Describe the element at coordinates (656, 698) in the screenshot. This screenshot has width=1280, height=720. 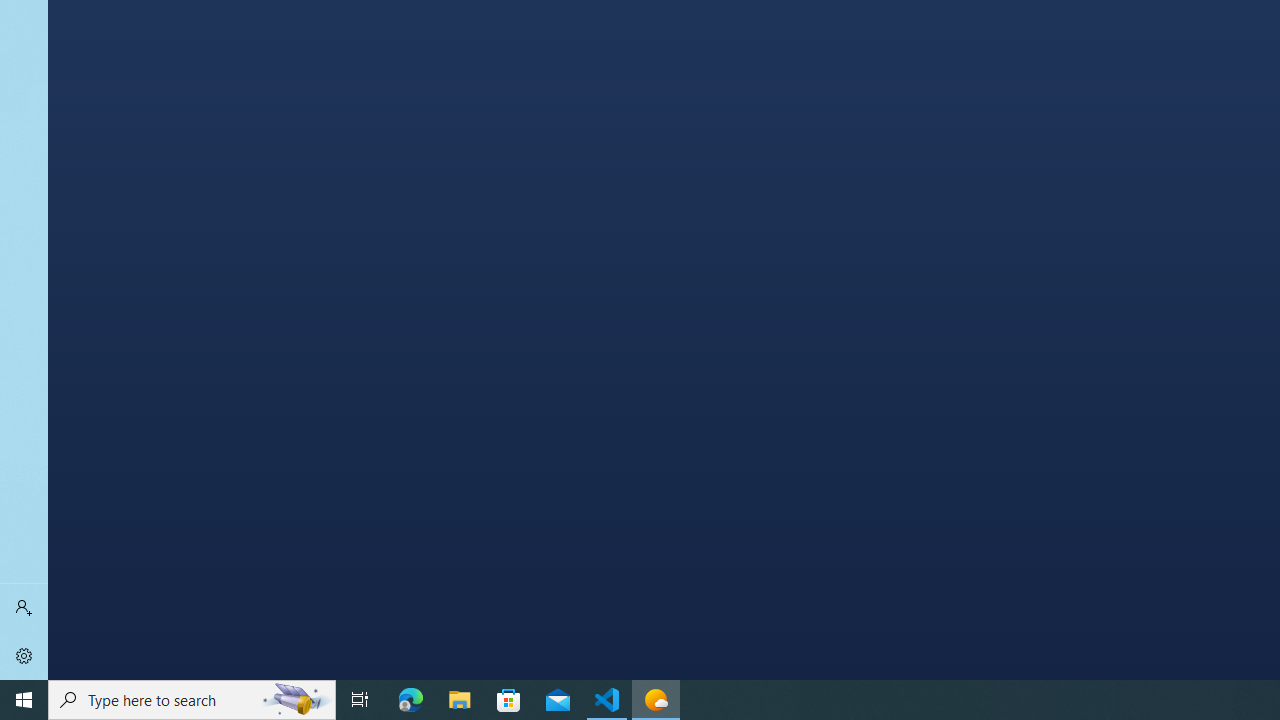
I see `'Weather - 1 running window'` at that location.